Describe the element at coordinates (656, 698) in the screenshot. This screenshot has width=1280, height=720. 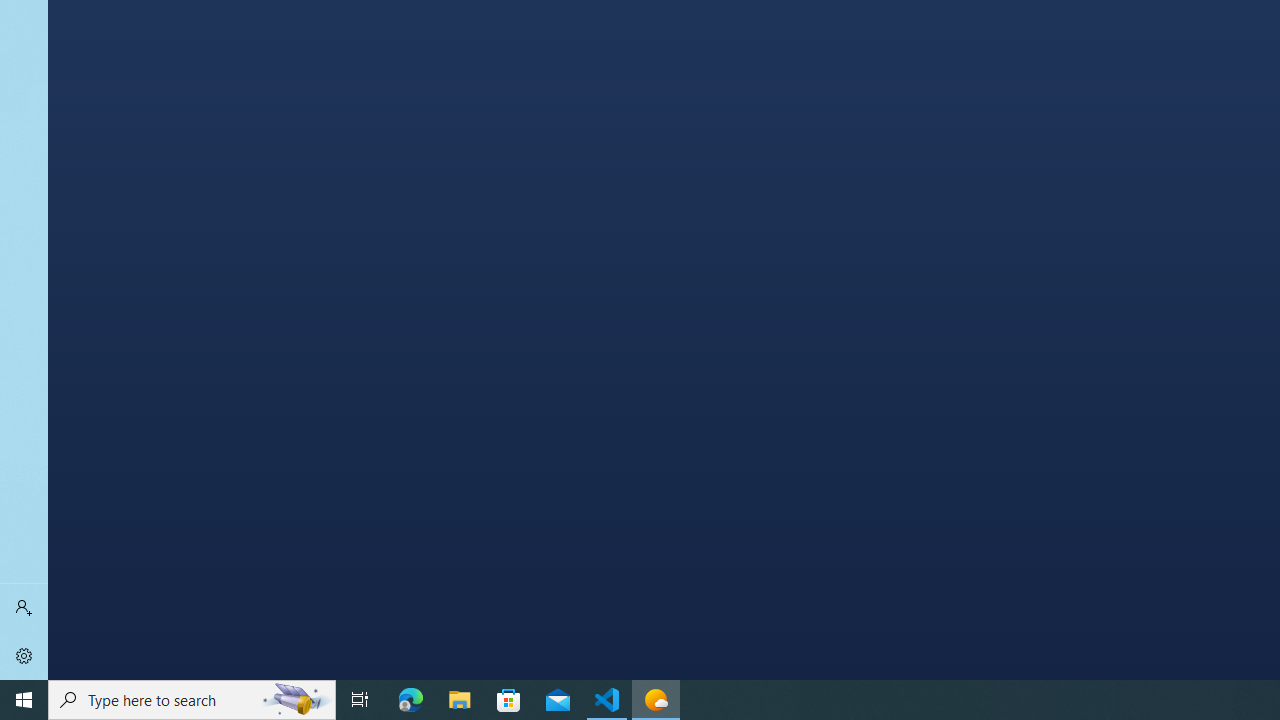
I see `'Weather - 1 running window'` at that location.